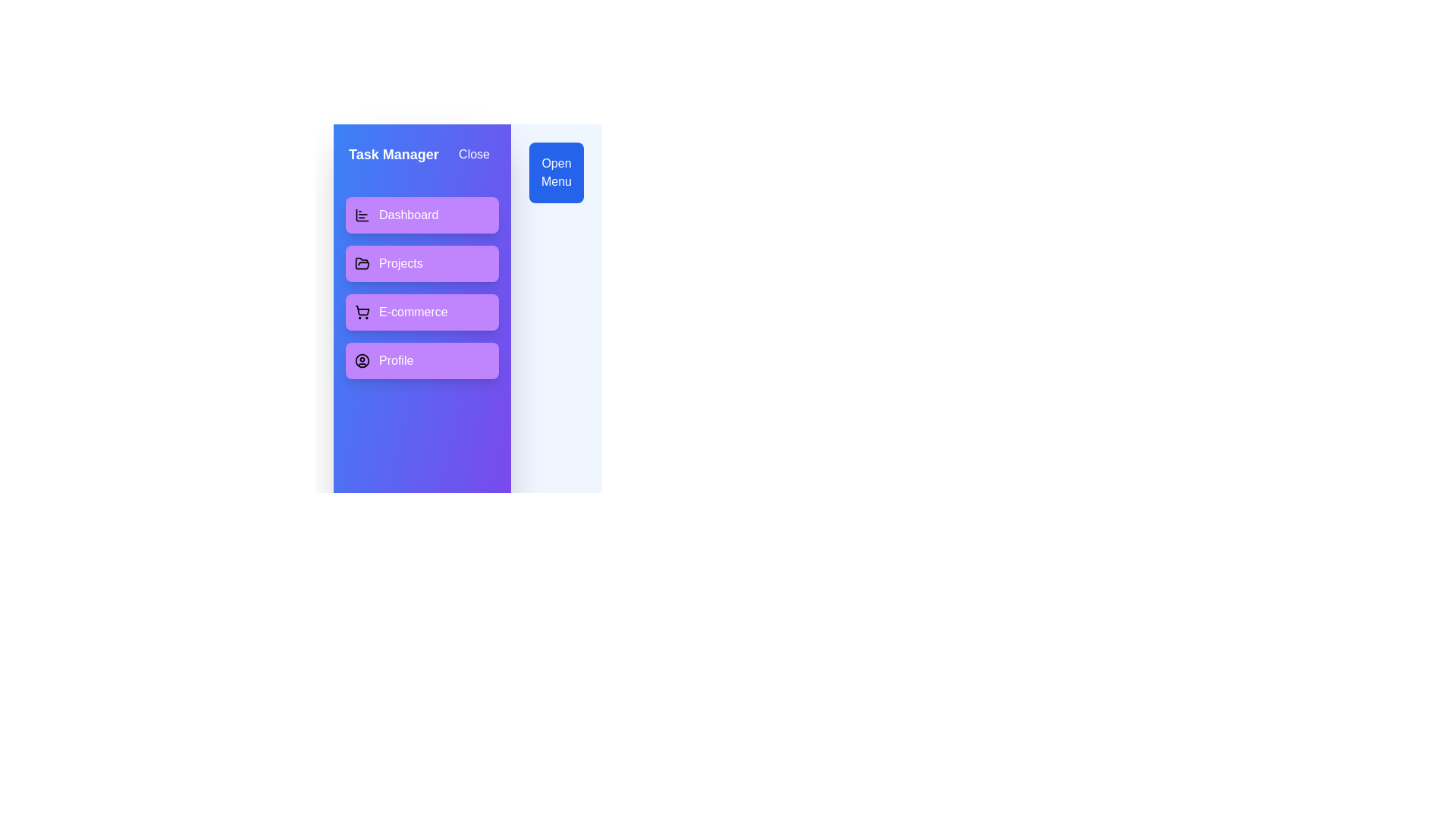 The width and height of the screenshot is (1456, 819). I want to click on the Profile task item, so click(422, 360).